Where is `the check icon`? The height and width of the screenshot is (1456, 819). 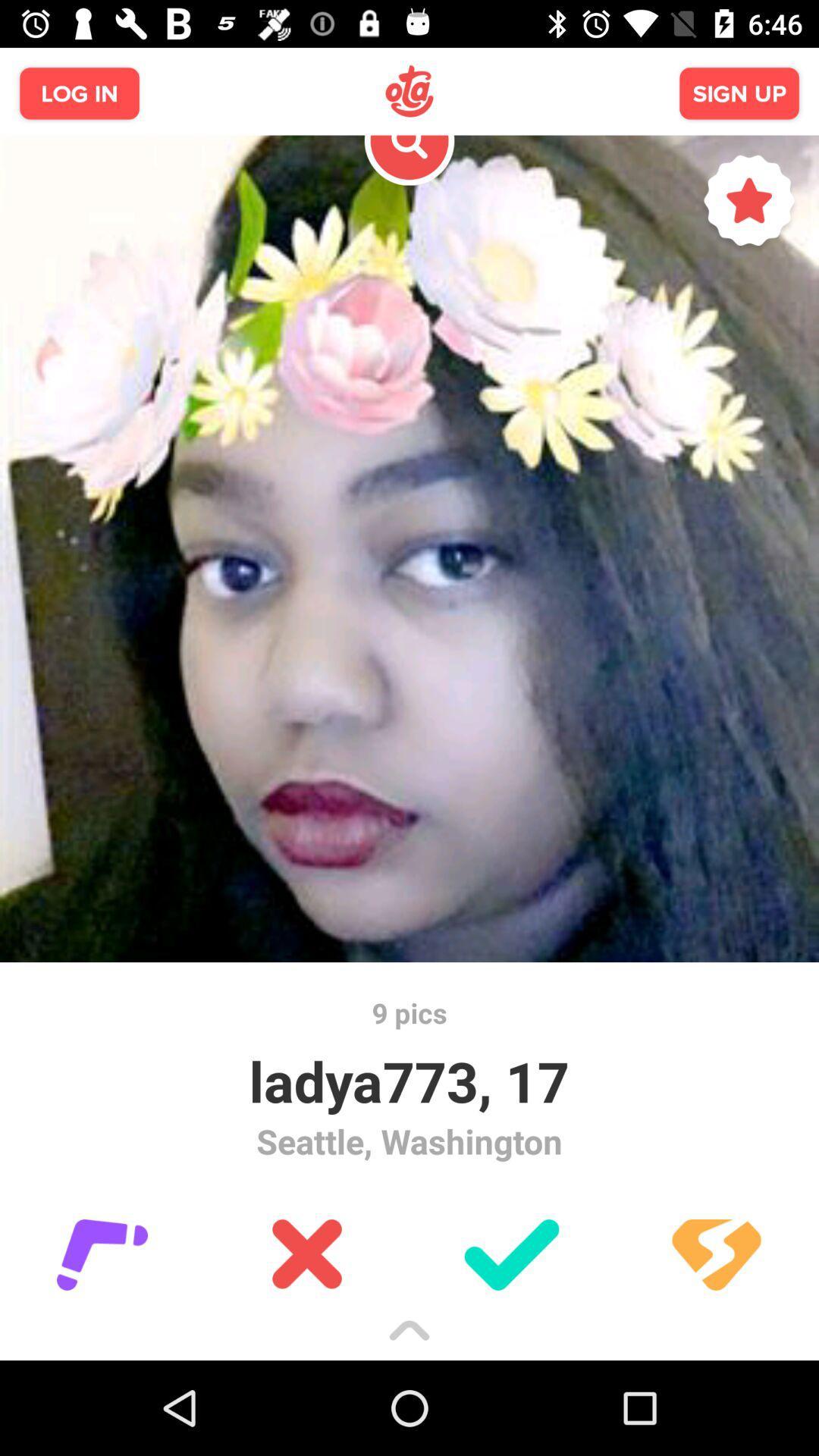
the check icon is located at coordinates (512, 1254).